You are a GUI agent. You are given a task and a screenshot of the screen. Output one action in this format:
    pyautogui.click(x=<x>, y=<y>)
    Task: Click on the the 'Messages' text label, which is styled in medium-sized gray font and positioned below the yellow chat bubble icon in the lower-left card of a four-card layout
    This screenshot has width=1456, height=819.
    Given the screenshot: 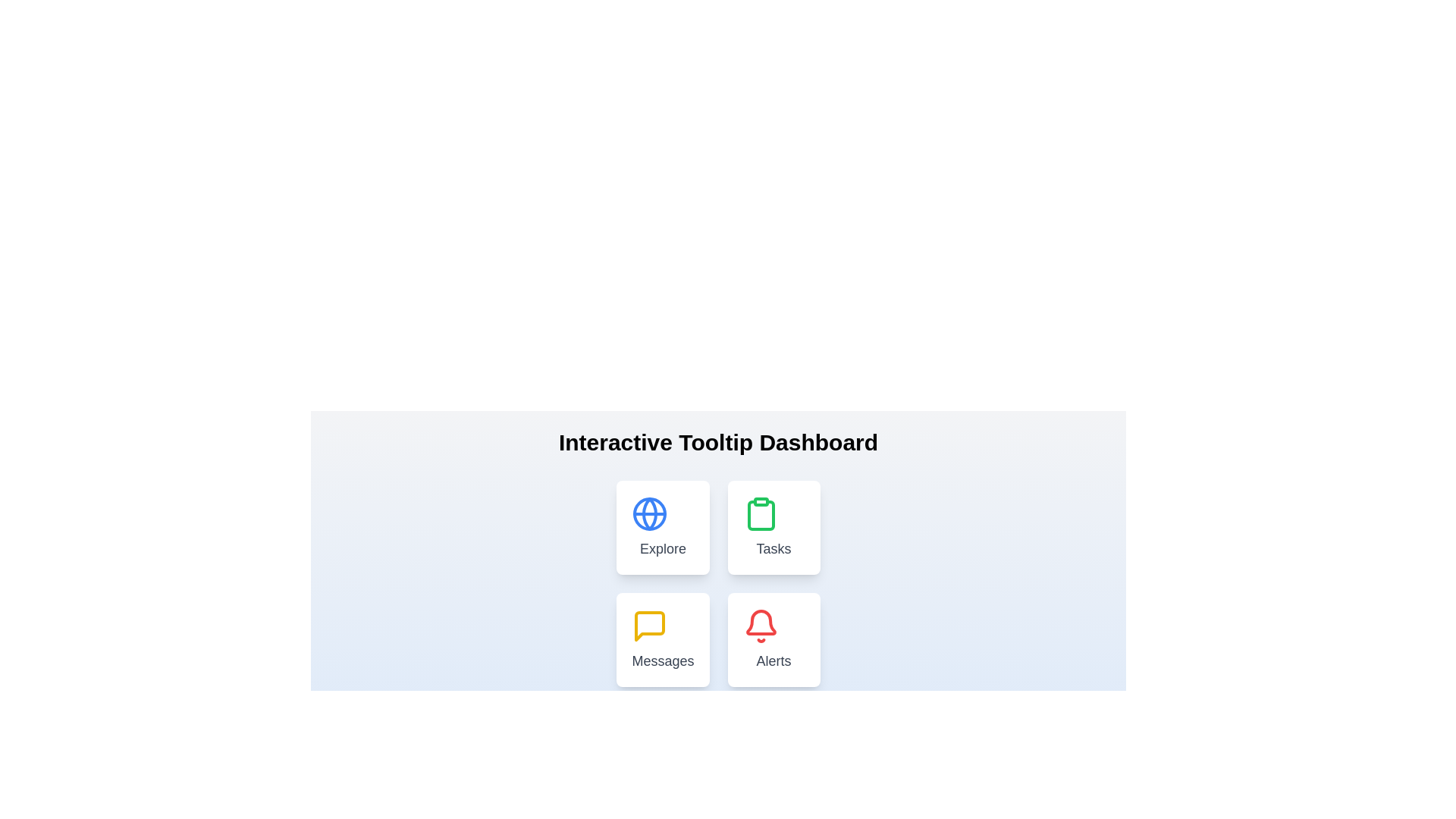 What is the action you would take?
    pyautogui.click(x=663, y=660)
    